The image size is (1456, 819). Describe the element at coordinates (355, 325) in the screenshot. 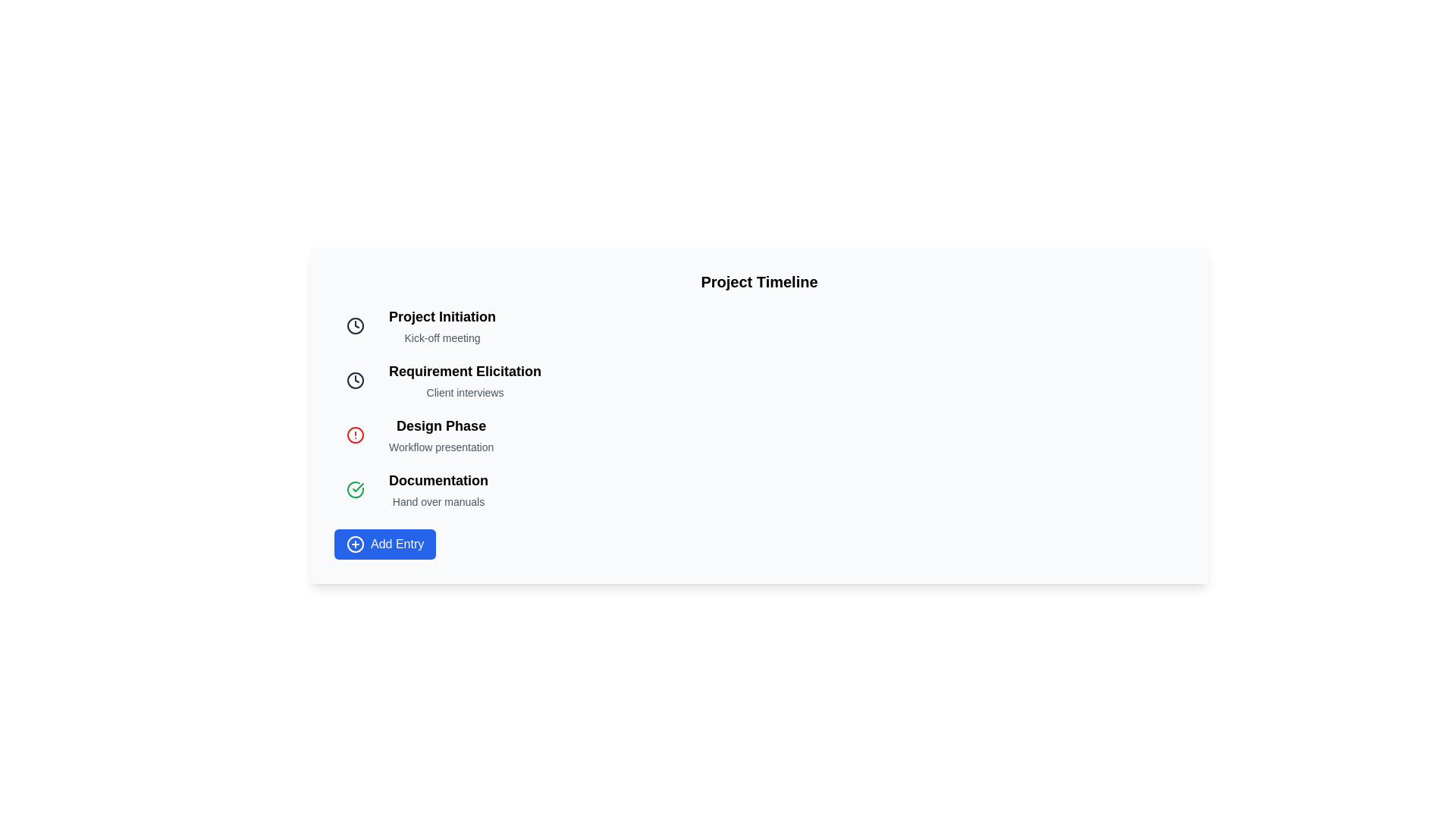

I see `the SVG Circle Element that represents the outer boundary of the clock symbol located next to 'Requirement Elicitation' in the 'Project Timeline' list` at that location.